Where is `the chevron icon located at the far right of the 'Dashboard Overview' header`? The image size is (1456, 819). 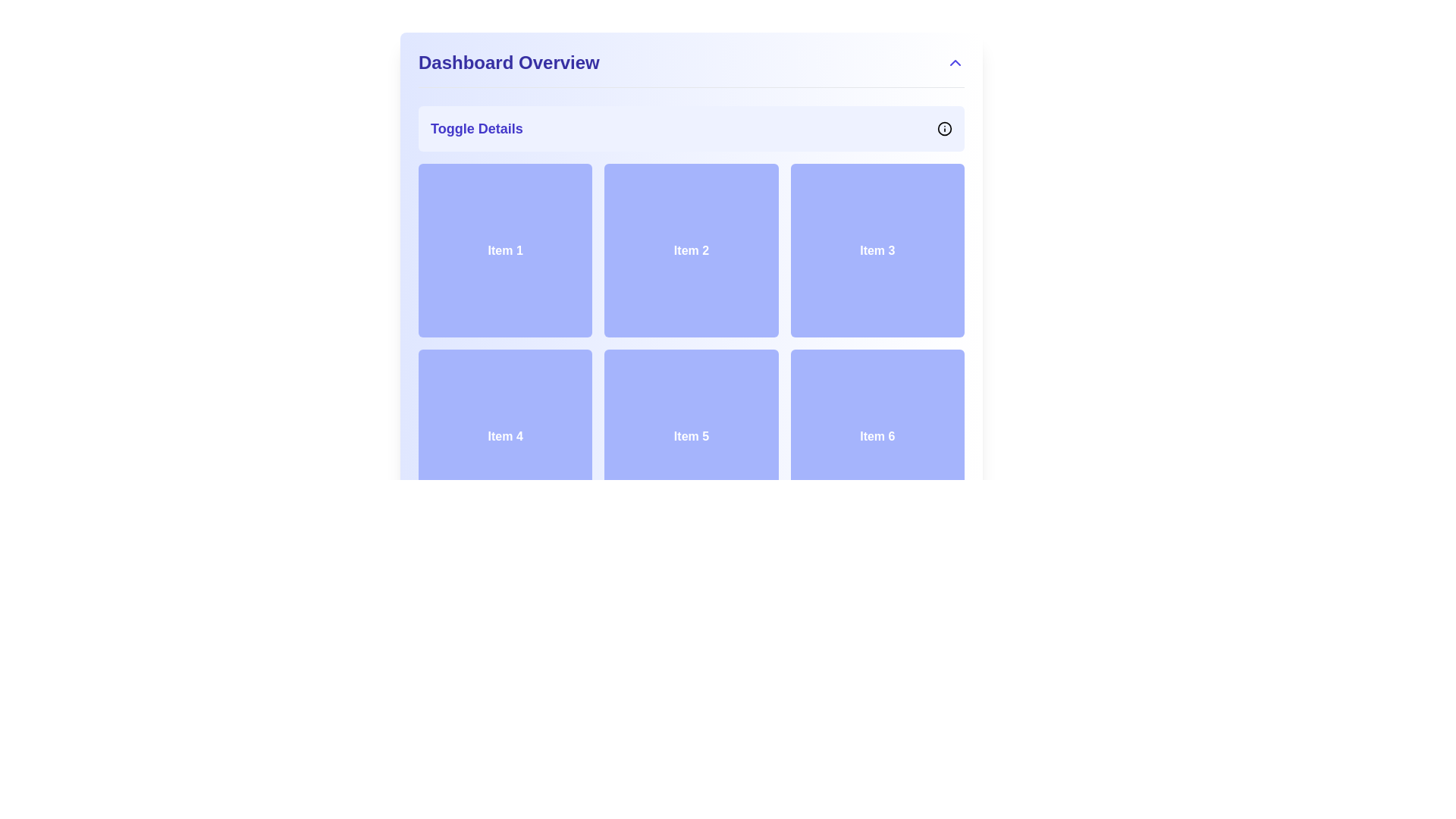
the chevron icon located at the far right of the 'Dashboard Overview' header is located at coordinates (954, 62).